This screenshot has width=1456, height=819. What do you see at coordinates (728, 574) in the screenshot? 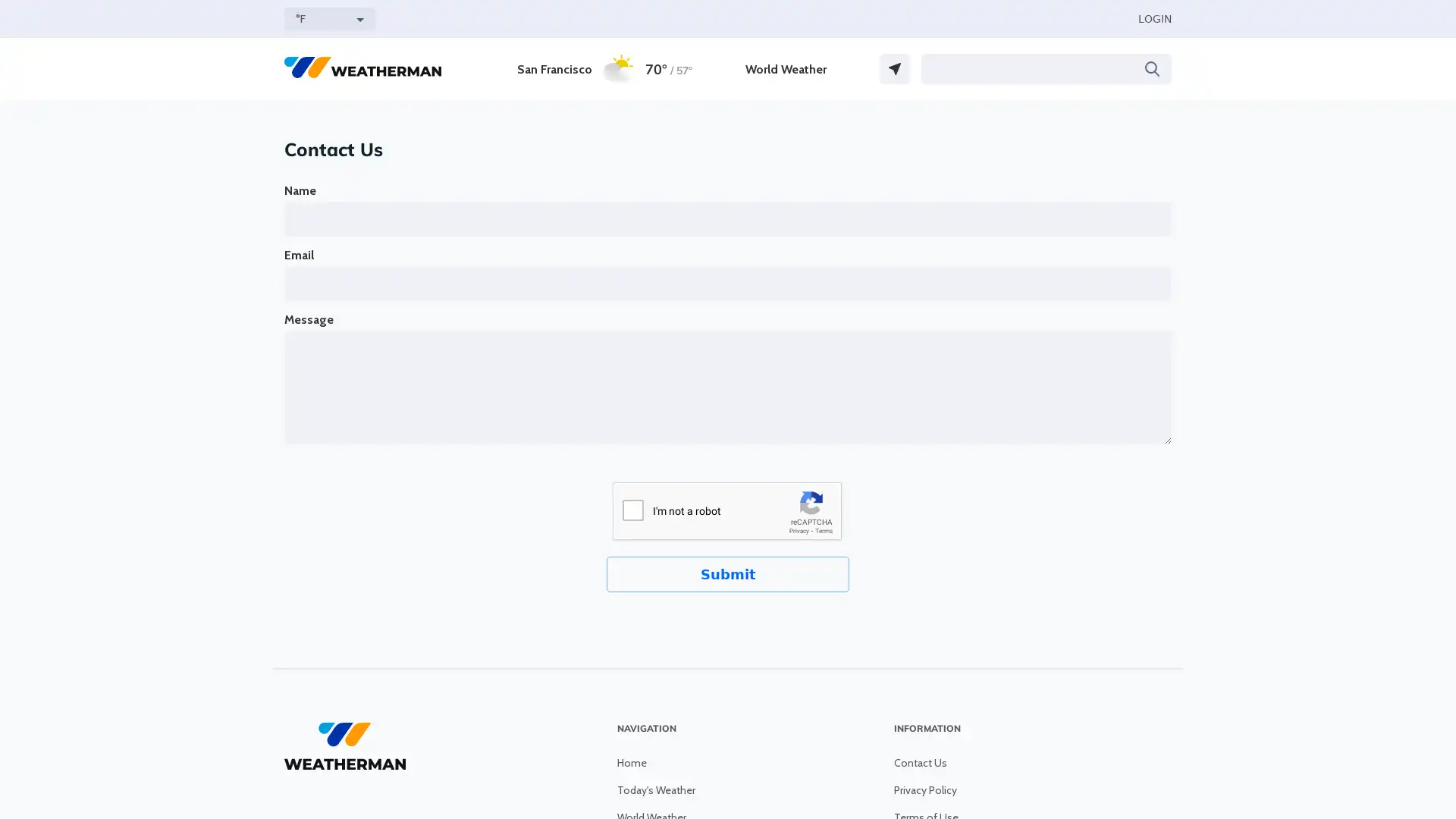
I see `Submit` at bounding box center [728, 574].